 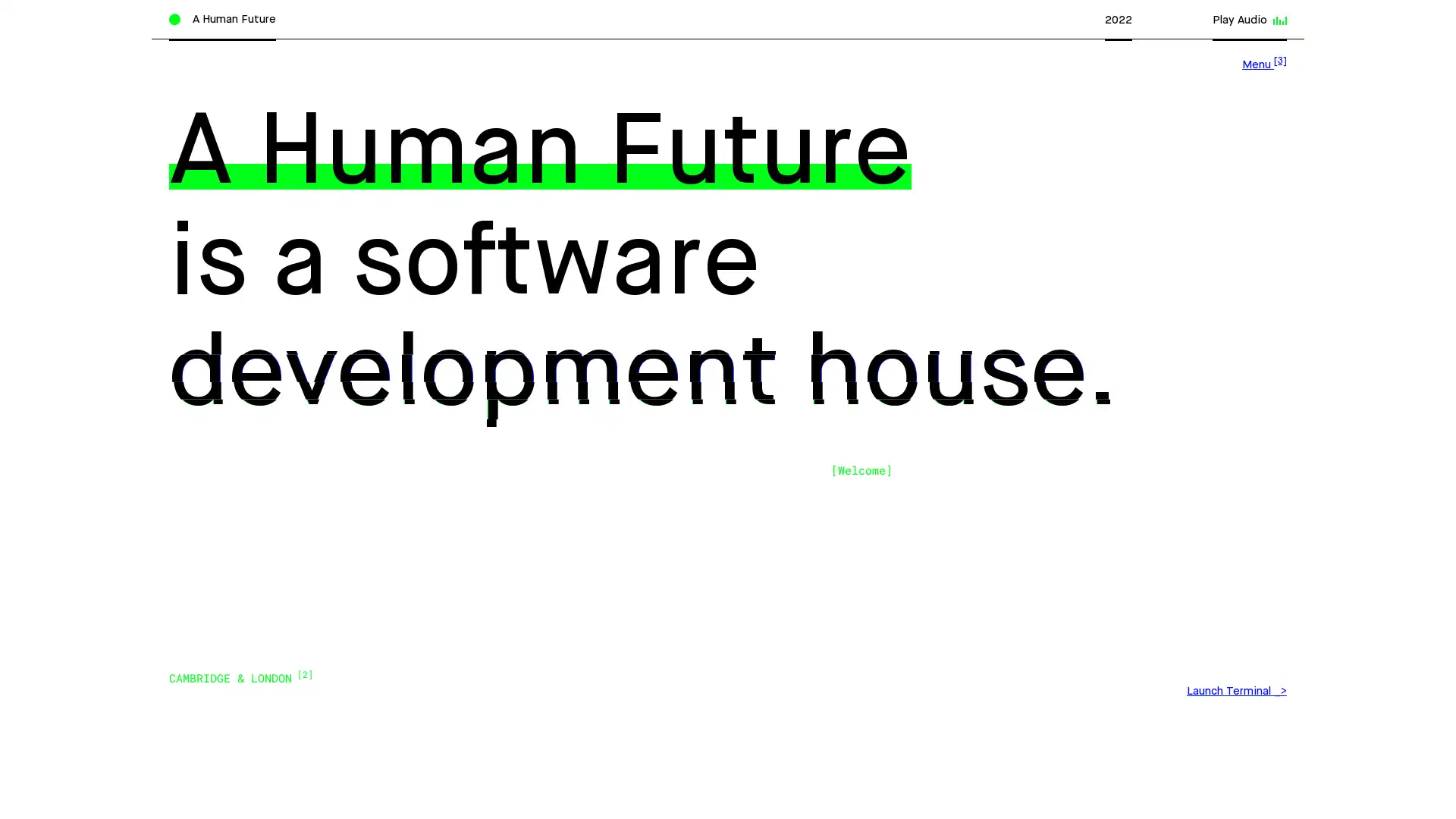 I want to click on Play Audio, so click(x=1248, y=20).